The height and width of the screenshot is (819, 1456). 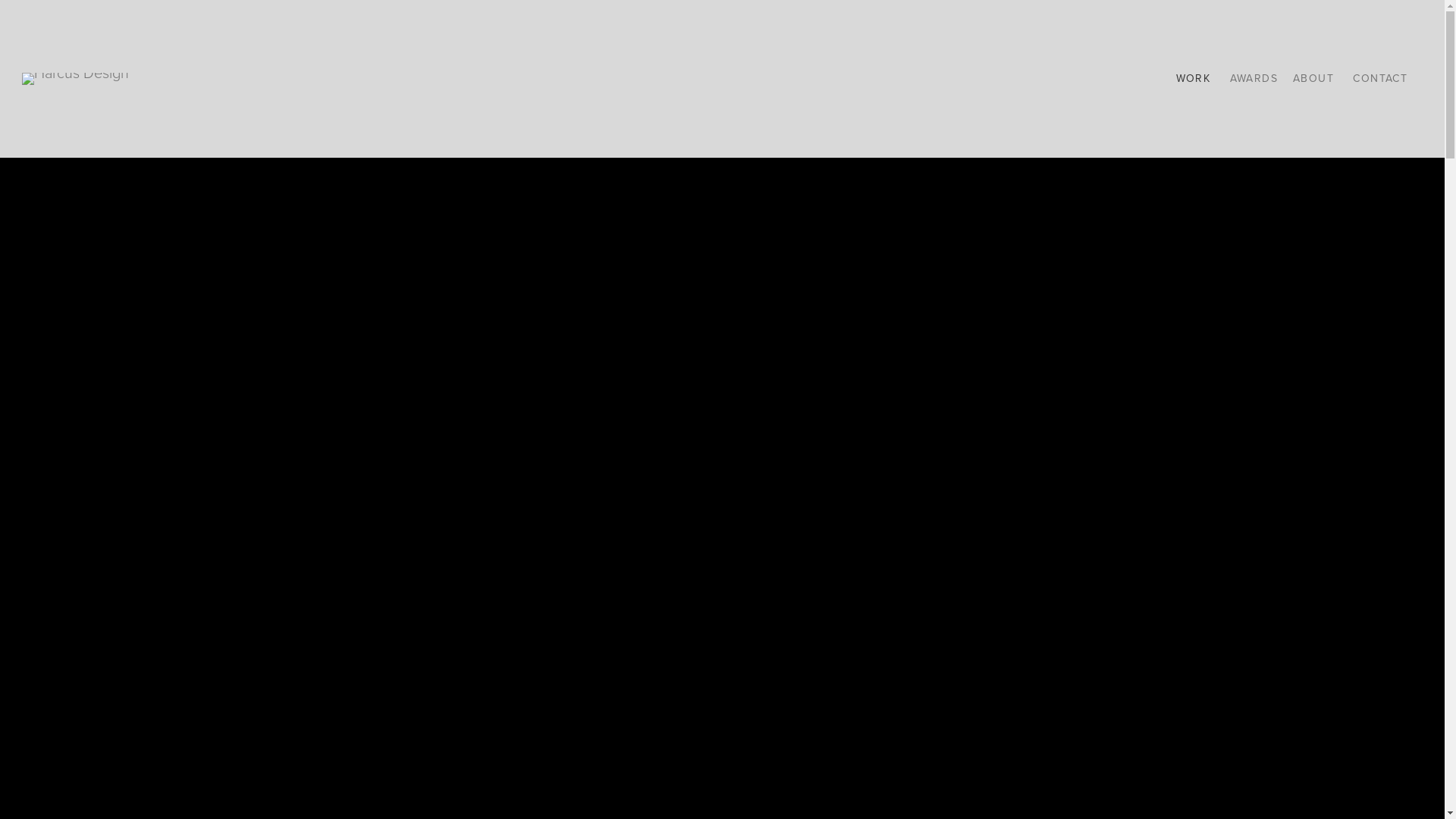 What do you see at coordinates (1230, 78) in the screenshot?
I see `'AWARDS'` at bounding box center [1230, 78].